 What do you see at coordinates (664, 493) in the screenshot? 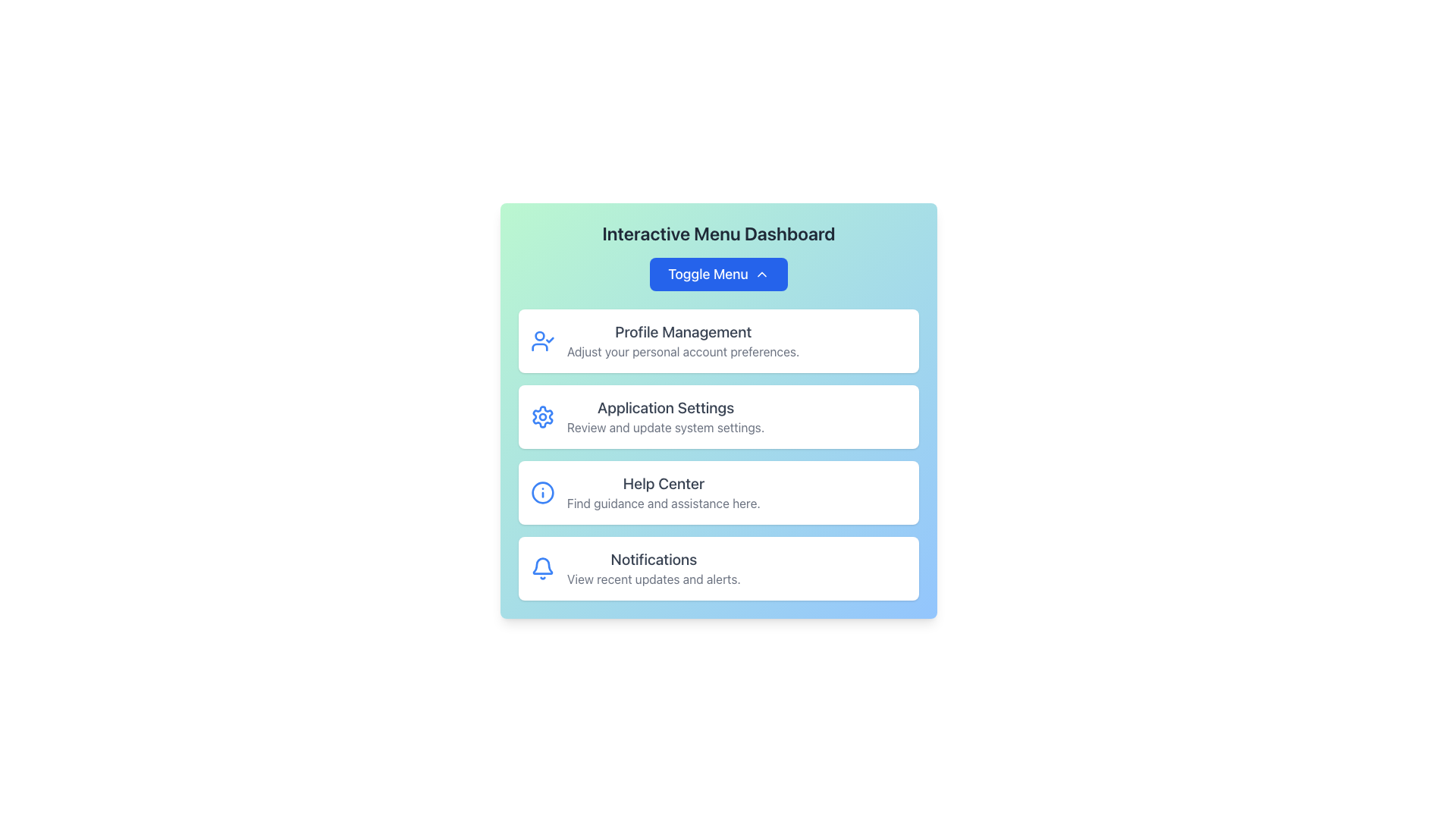
I see `the 'Help Center' text block, which features a bold title and a lighter subtitle, positioned between 'Application Settings' and 'Notifications' in the vertical list of options` at bounding box center [664, 493].